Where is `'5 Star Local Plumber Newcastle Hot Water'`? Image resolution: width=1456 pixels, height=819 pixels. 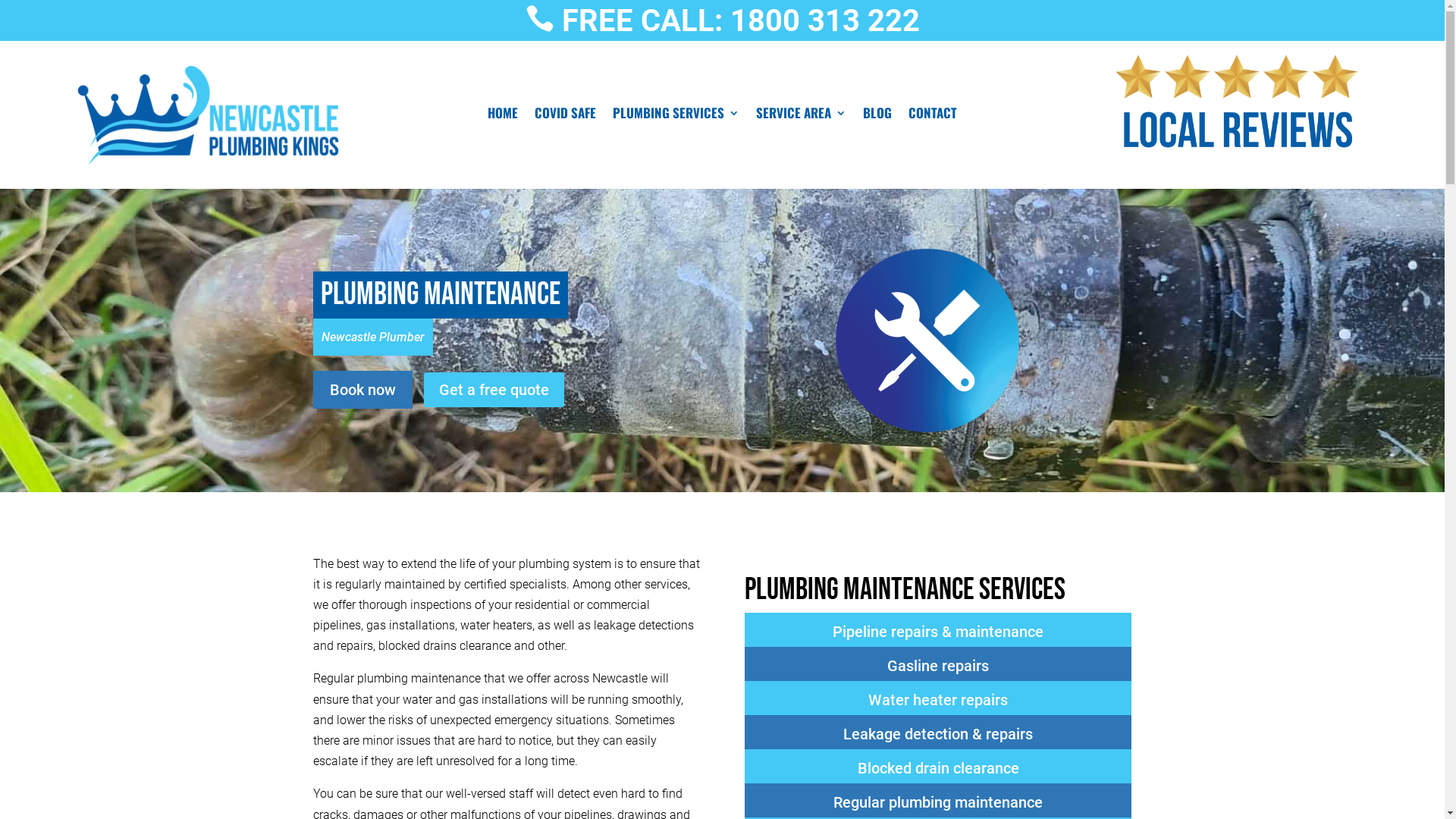
'5 Star Local Plumber Newcastle Hot Water' is located at coordinates (1237, 102).